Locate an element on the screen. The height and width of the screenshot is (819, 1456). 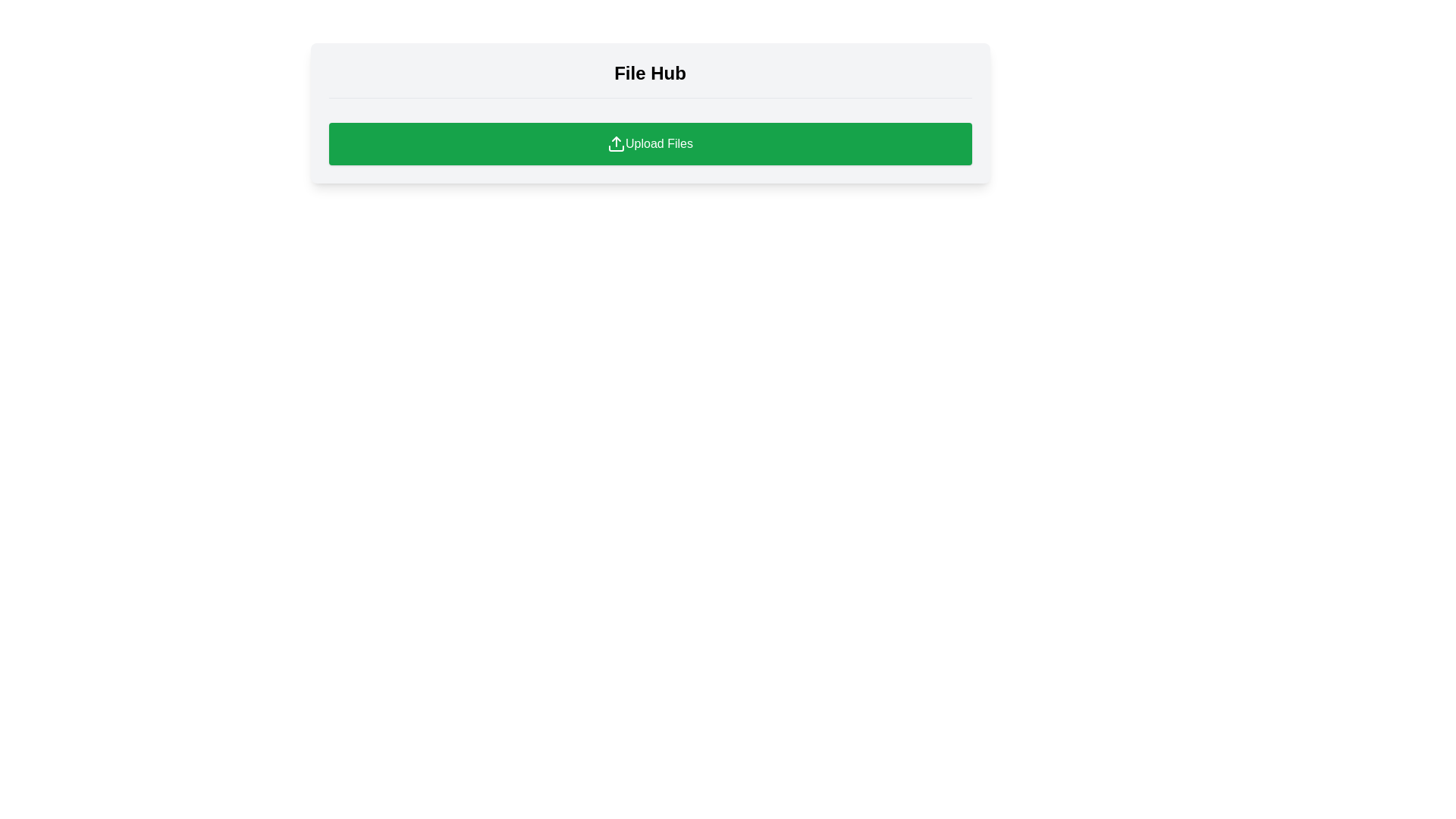
the green button labeled 'Upload Files' with an upload icon to initiate the file upload process is located at coordinates (650, 143).